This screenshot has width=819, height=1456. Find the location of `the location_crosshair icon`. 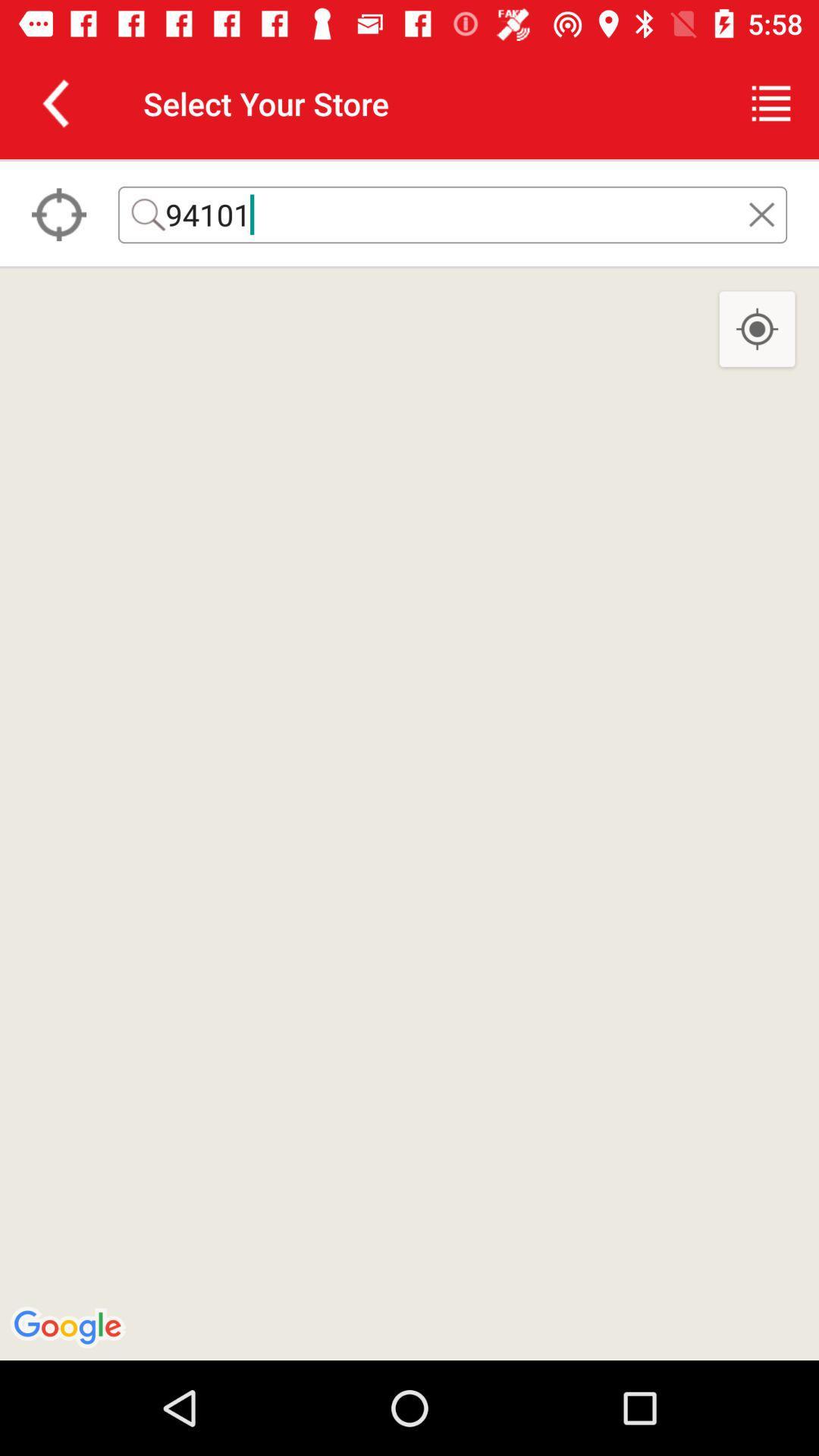

the location_crosshair icon is located at coordinates (757, 329).